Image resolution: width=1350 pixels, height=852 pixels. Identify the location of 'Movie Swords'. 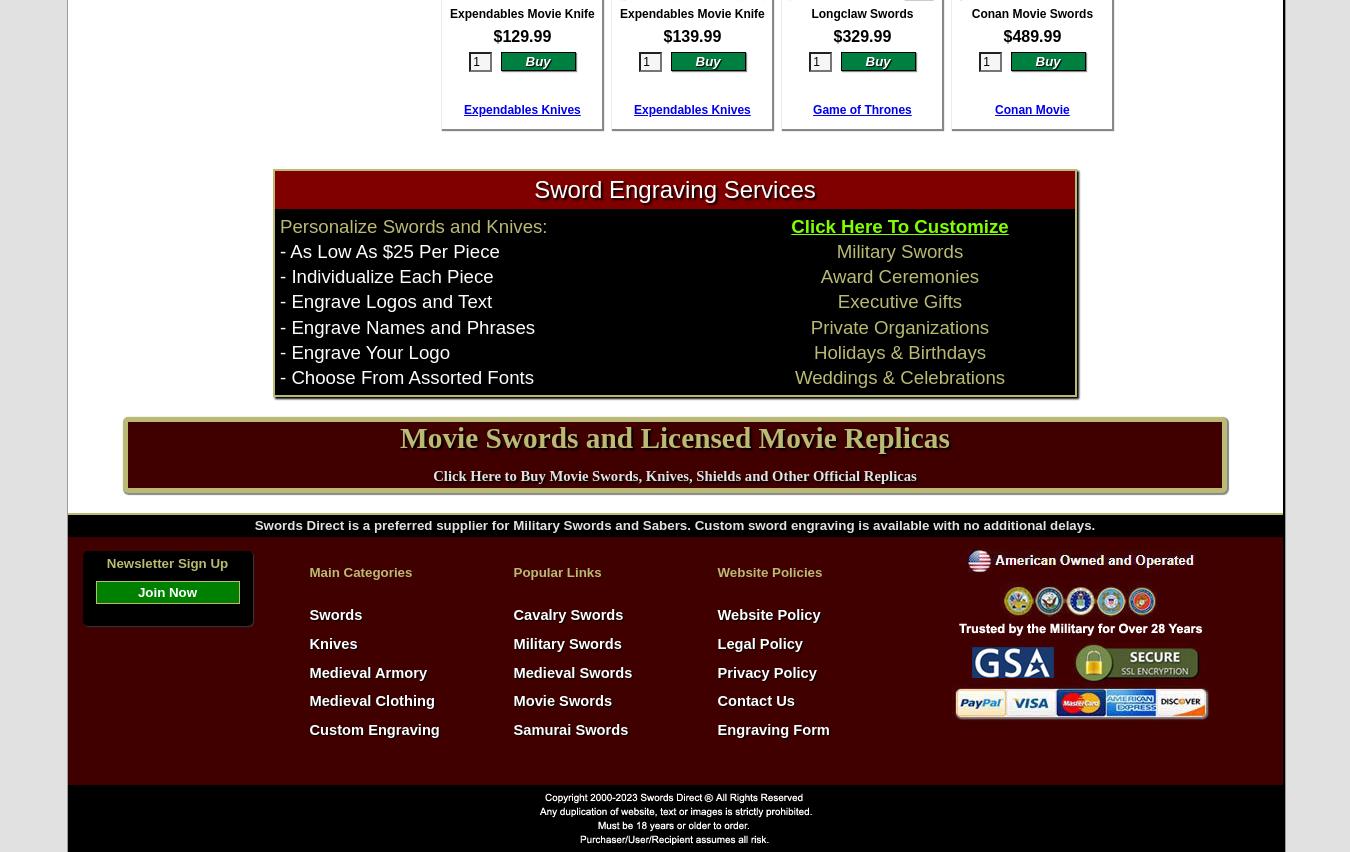
(512, 701).